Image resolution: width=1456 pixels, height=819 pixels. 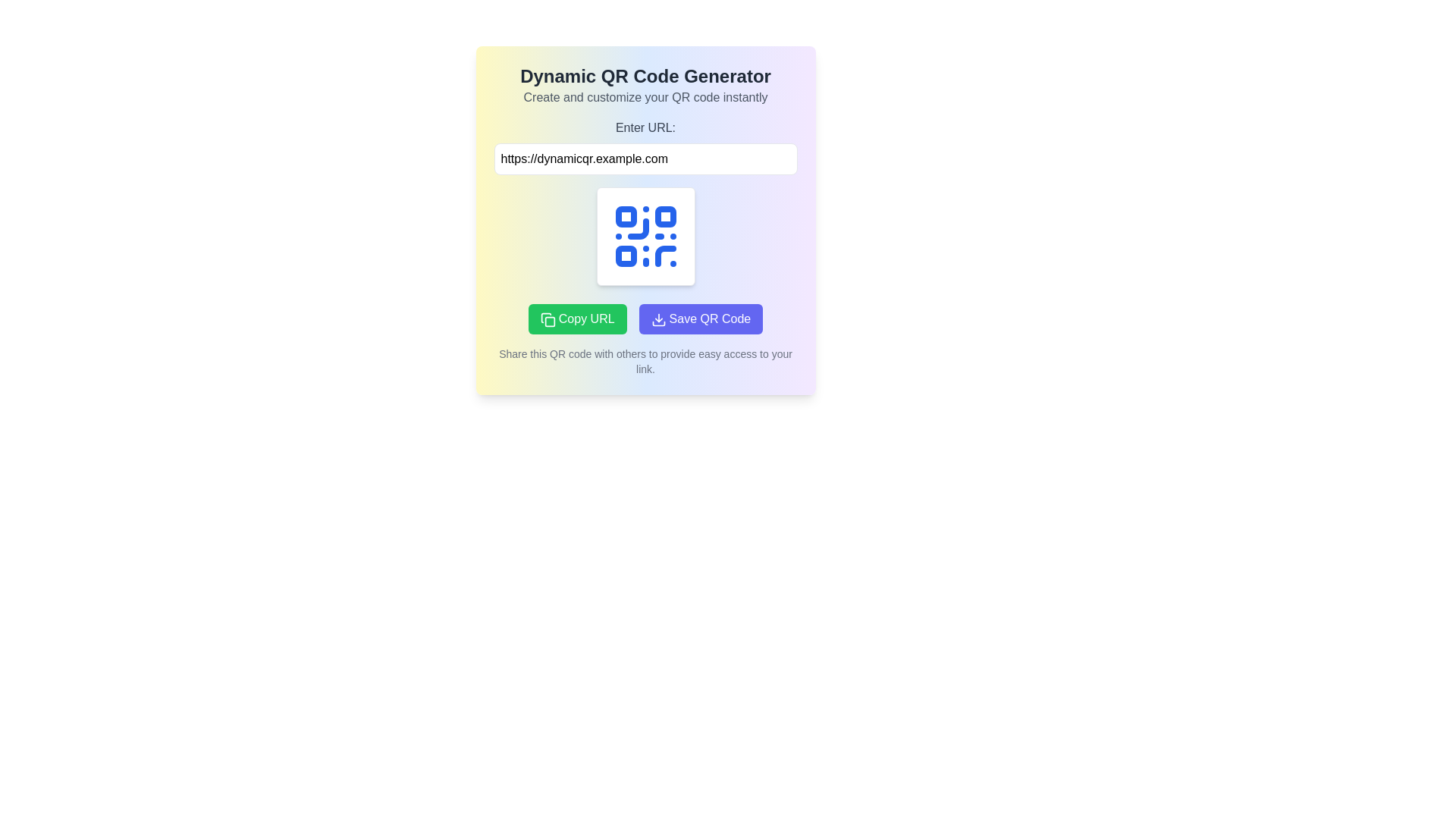 What do you see at coordinates (645, 318) in the screenshot?
I see `the 'Save QR Code' button in the button group located at the bottom center of the 'Dynamic QR Code Generator' interface, which is purple with a download icon` at bounding box center [645, 318].